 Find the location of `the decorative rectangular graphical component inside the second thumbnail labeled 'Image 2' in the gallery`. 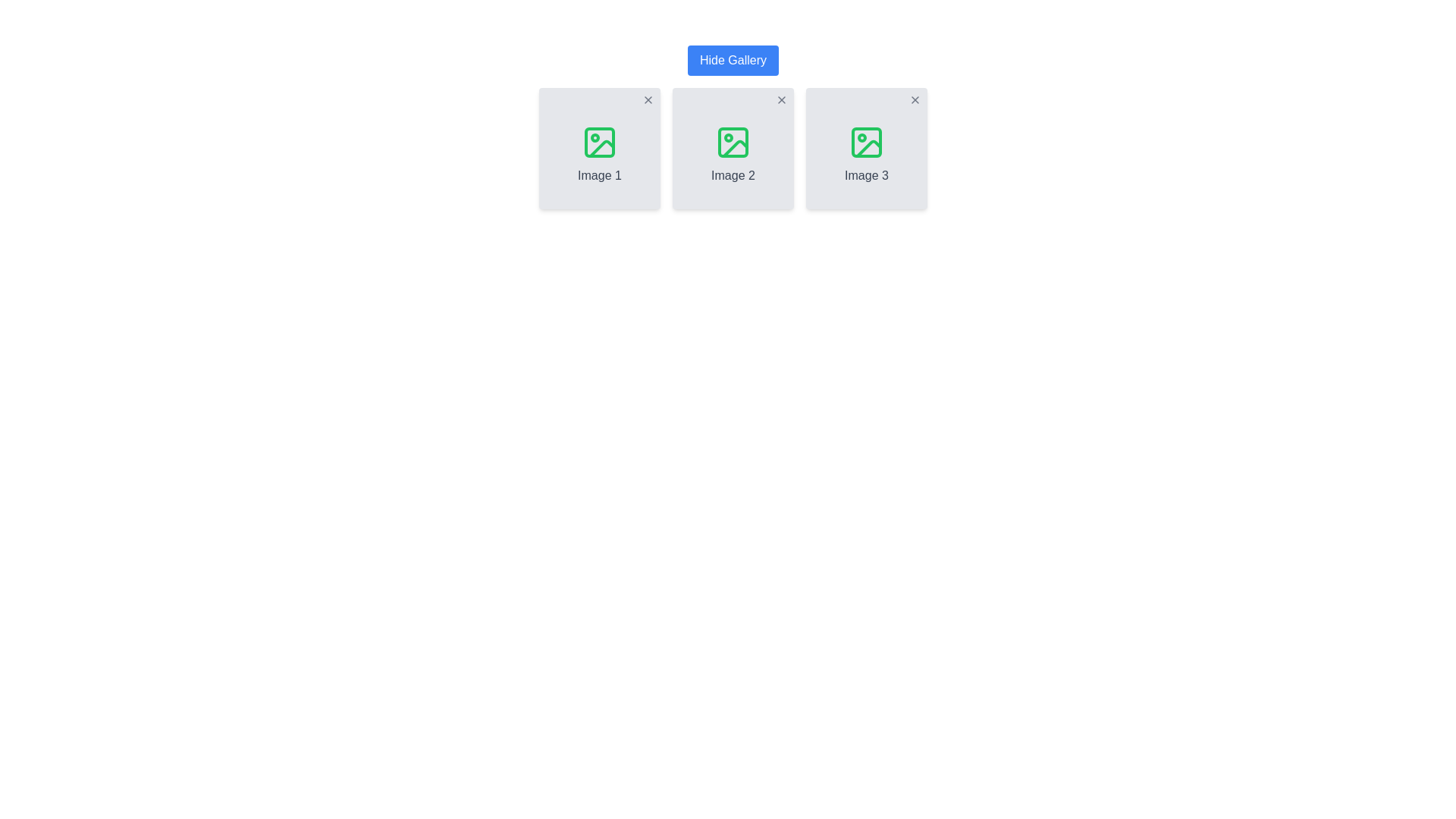

the decorative rectangular graphical component inside the second thumbnail labeled 'Image 2' in the gallery is located at coordinates (733, 143).